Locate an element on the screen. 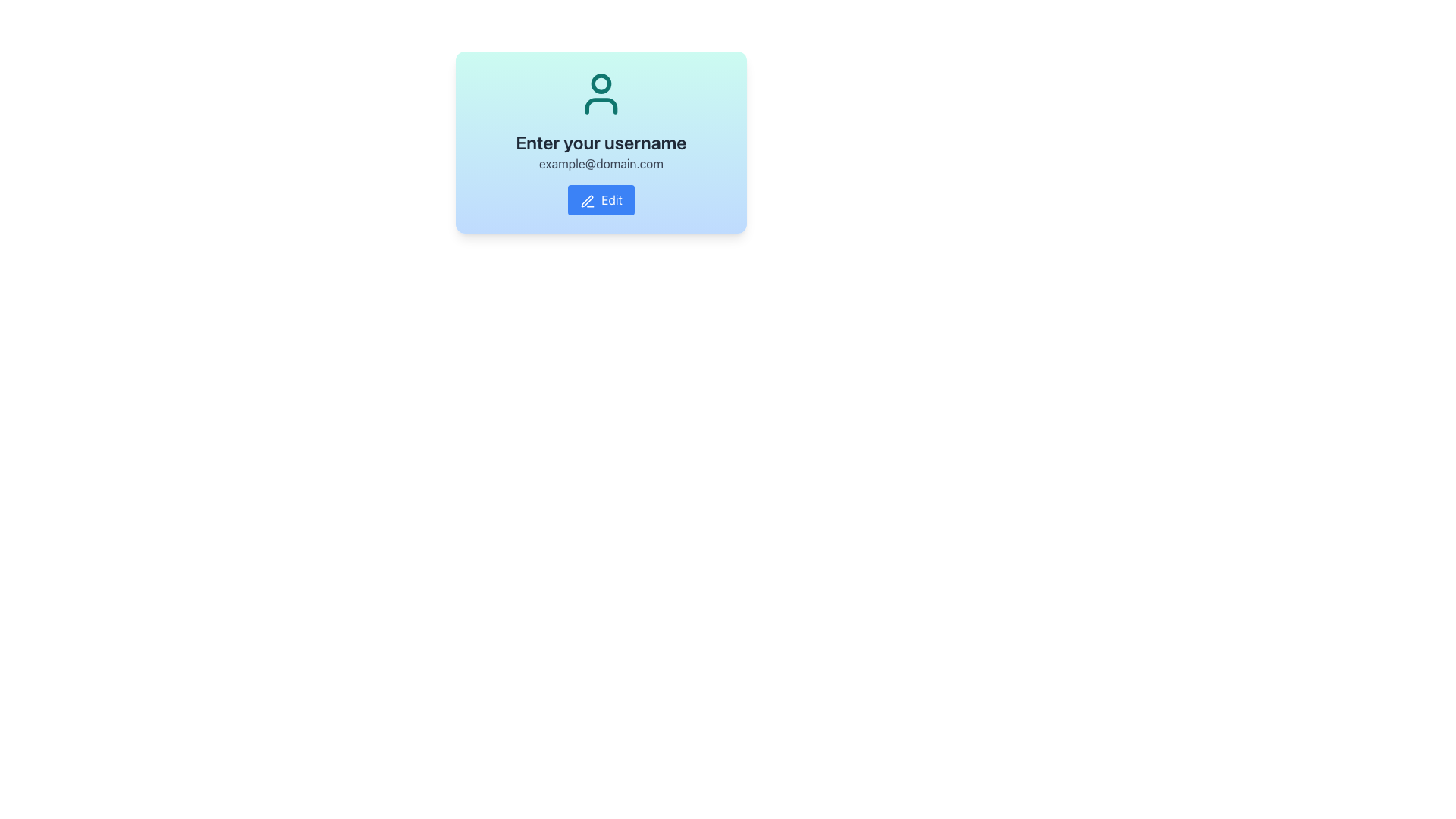 This screenshot has height=819, width=1456. the blue 'Edit' button with rounded corners and a pen icon is located at coordinates (600, 199).